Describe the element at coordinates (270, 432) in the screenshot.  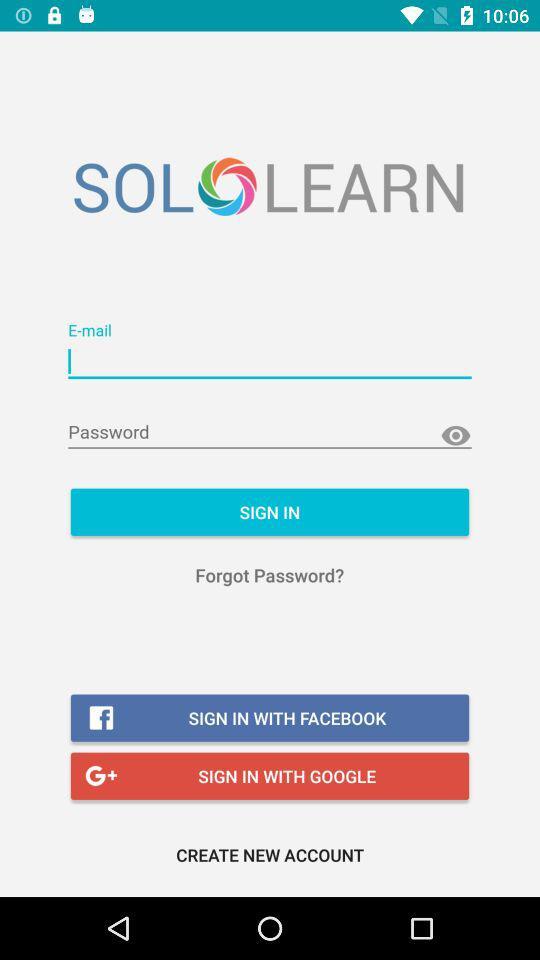
I see `entry password` at that location.